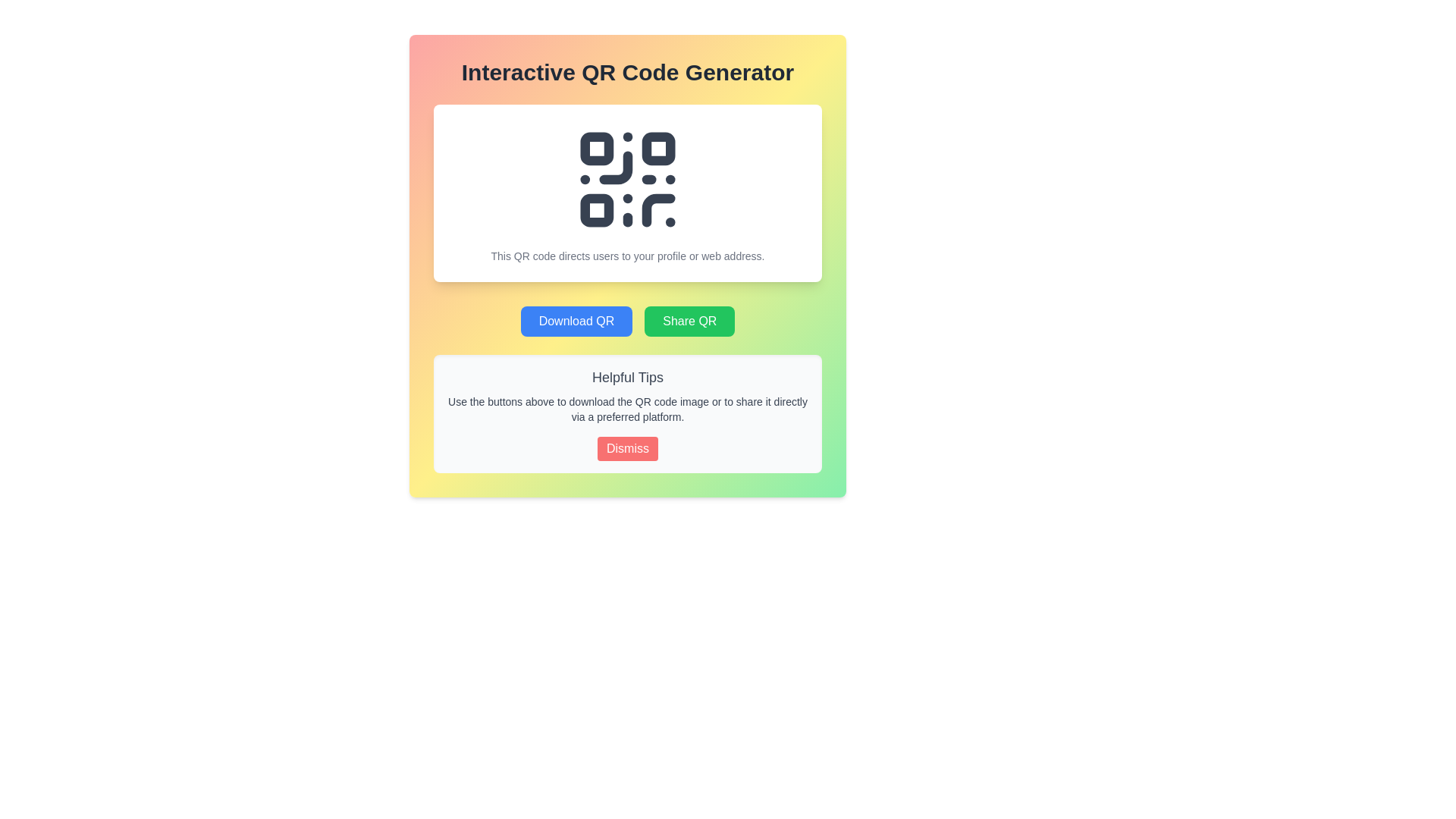 The height and width of the screenshot is (819, 1456). Describe the element at coordinates (576, 321) in the screenshot. I see `the download button located at the bottom of the QR code display area to download the QR code as an image file` at that location.